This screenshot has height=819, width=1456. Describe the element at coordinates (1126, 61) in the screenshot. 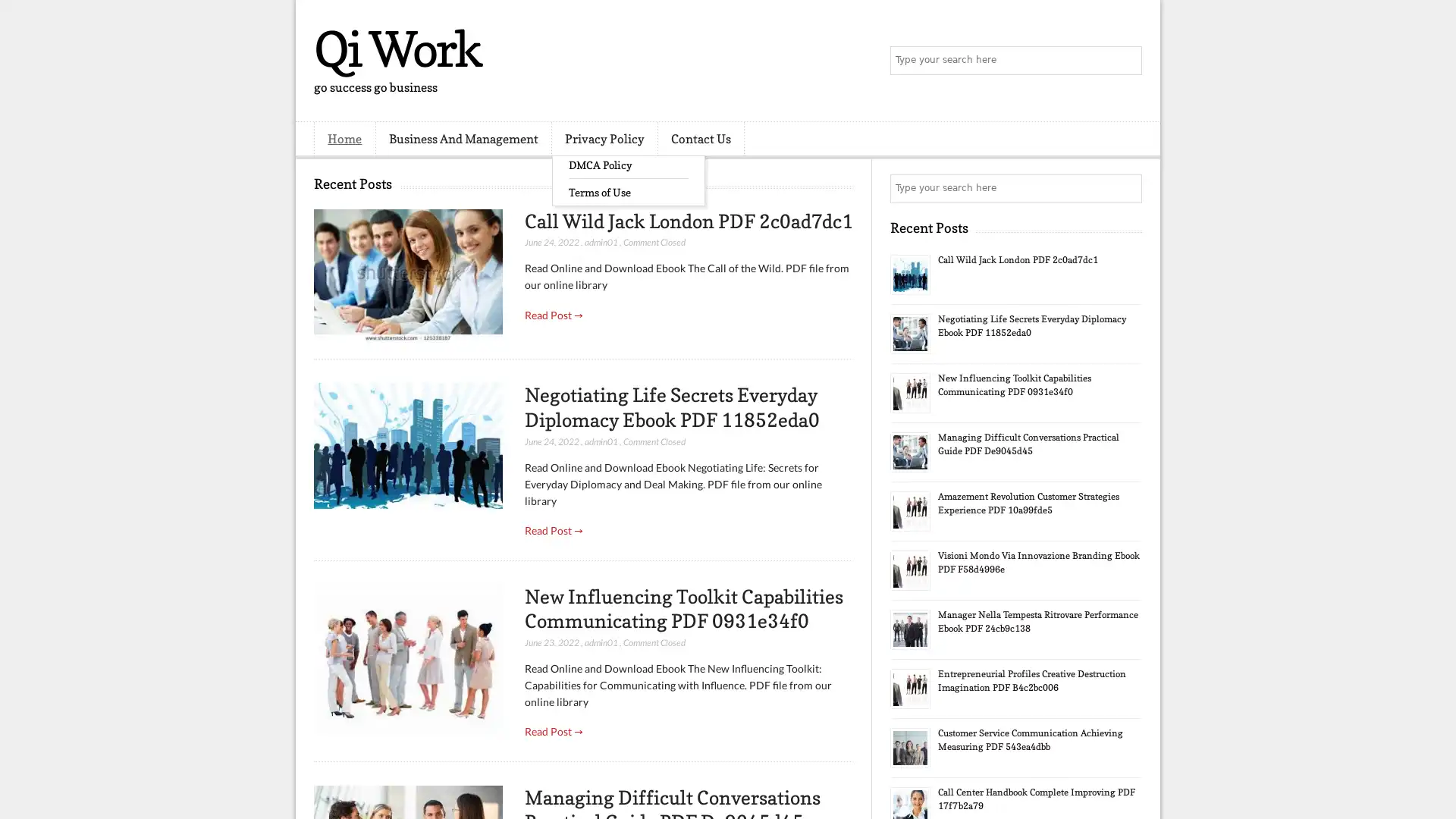

I see `Search` at that location.